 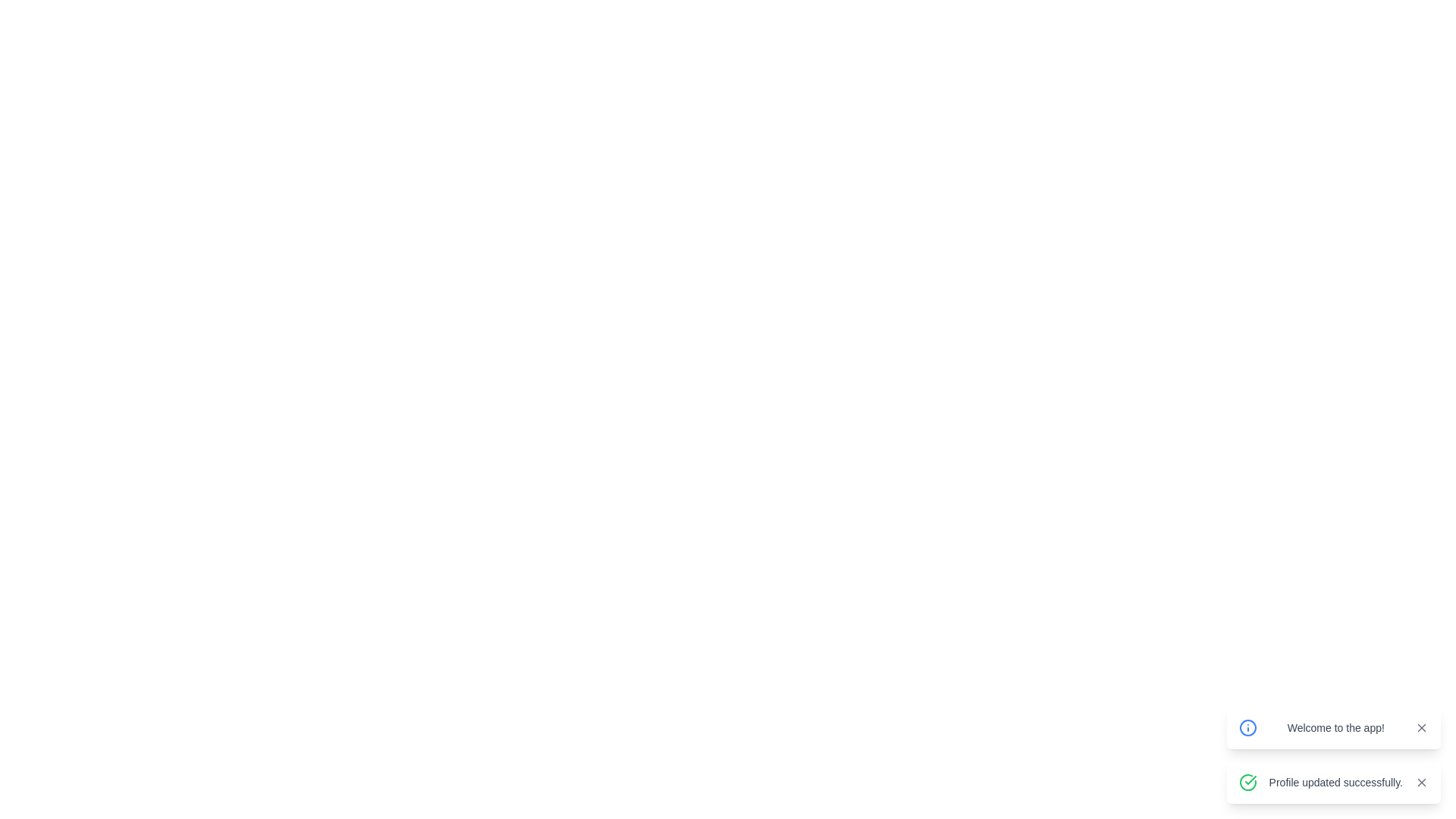 I want to click on the close button located at the top-right corner of the notification card that contains the message 'Profile updated successfully.', so click(x=1421, y=783).